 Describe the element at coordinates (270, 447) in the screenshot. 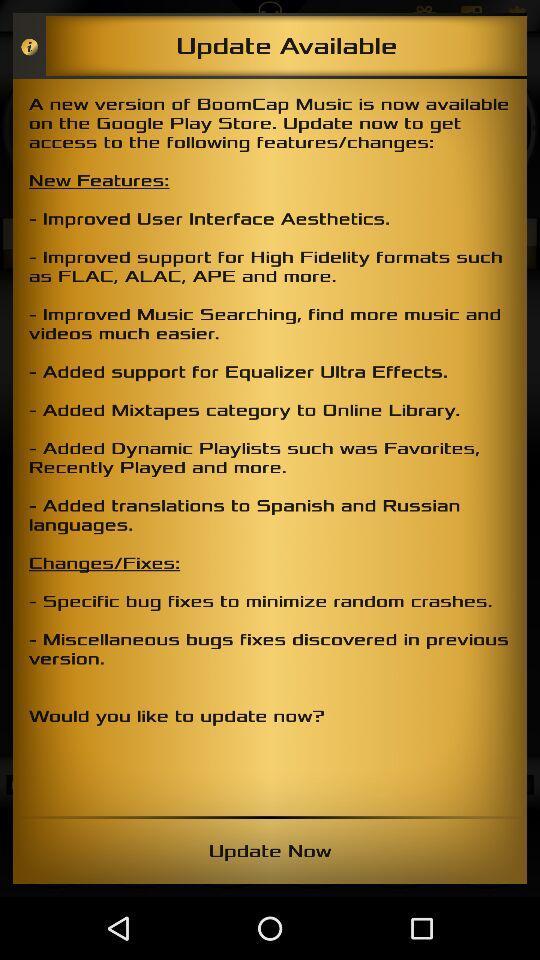

I see `the a new version` at that location.